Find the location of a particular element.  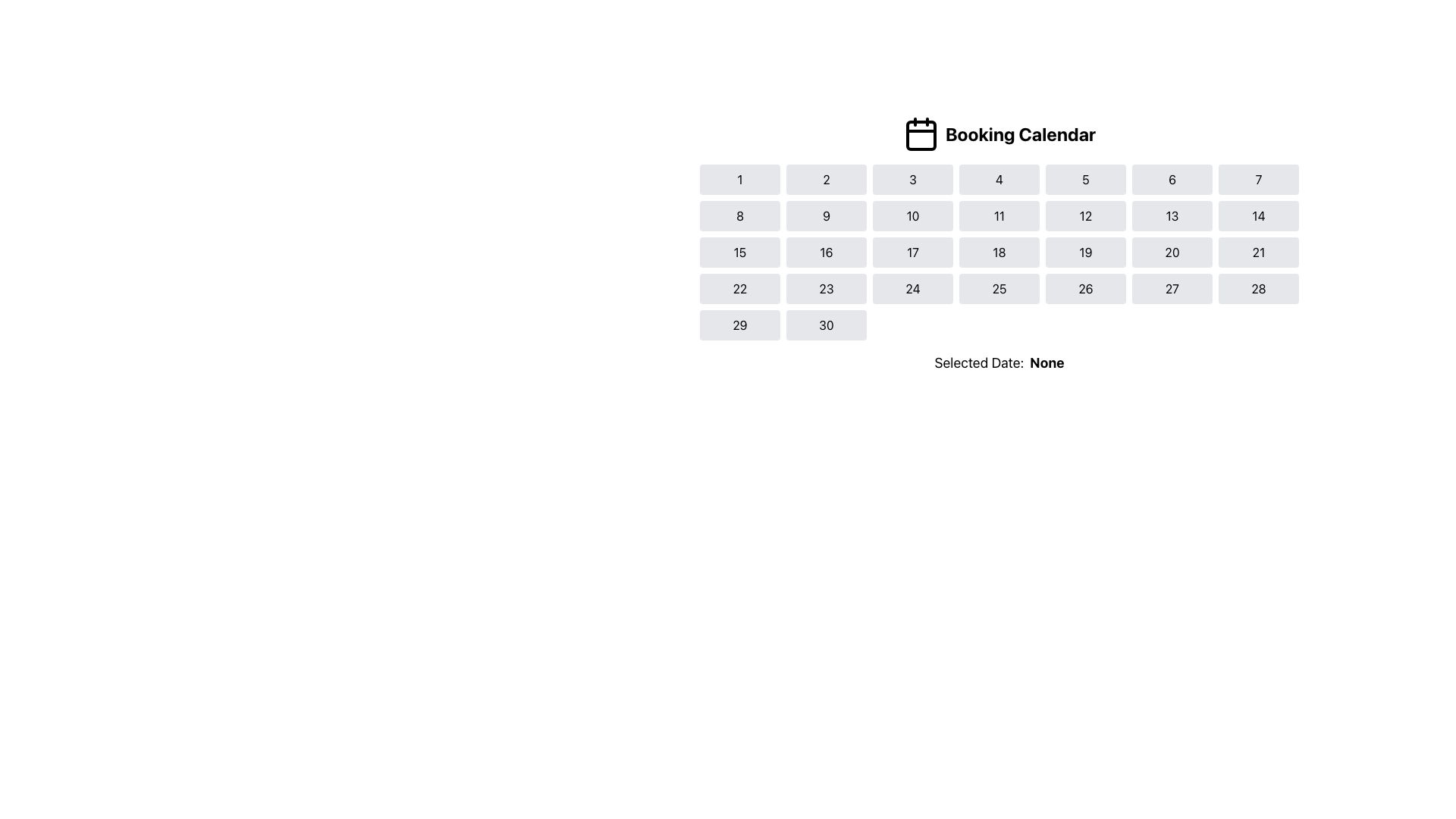

the selectable date button labeled '2' in the Booking Calendar interface, which is positioned between buttons '1' and '3' is located at coordinates (825, 178).